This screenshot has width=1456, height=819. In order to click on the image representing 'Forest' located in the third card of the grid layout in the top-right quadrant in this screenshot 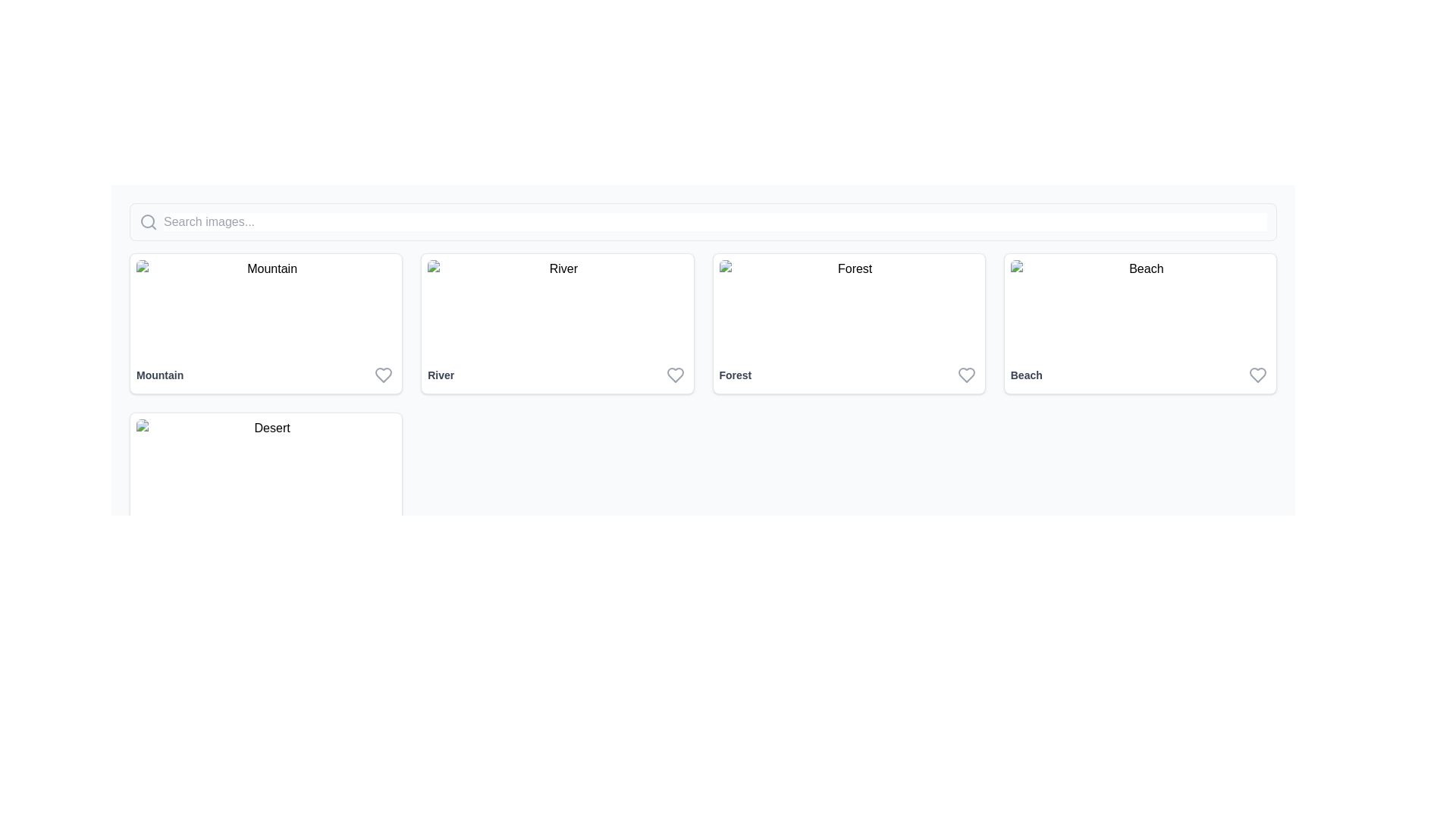, I will do `click(848, 308)`.